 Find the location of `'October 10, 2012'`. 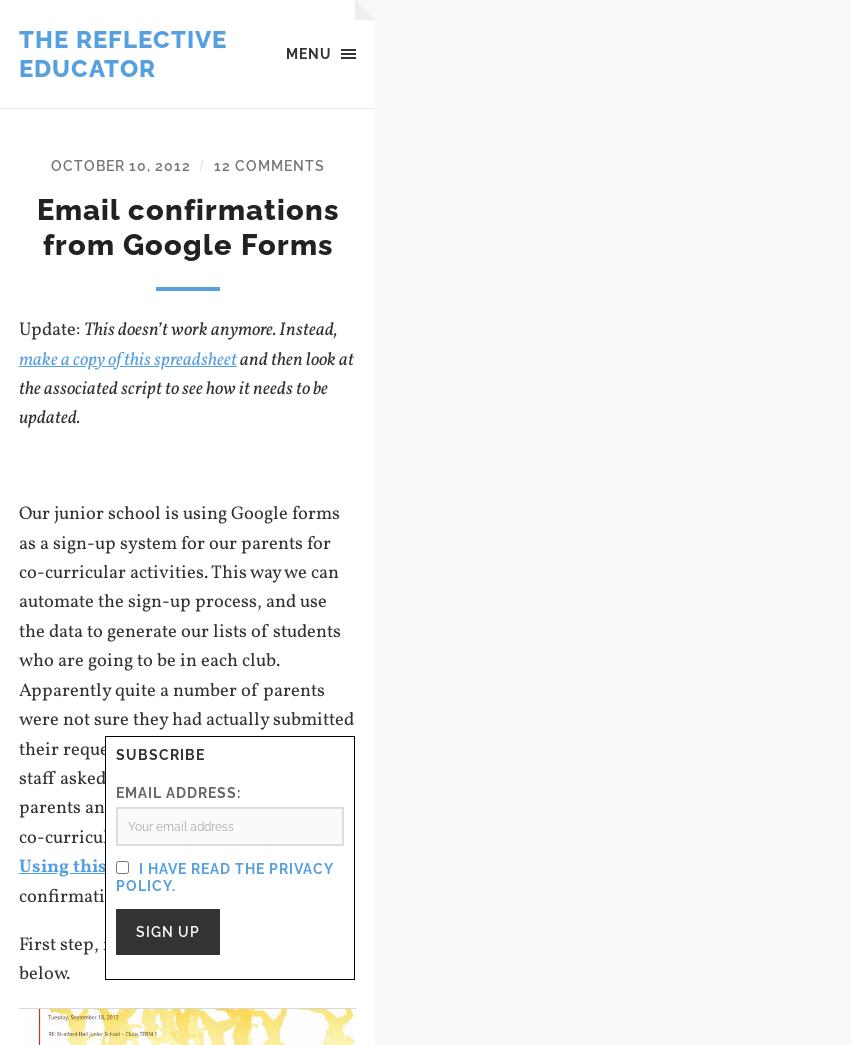

'October 10, 2012' is located at coordinates (119, 164).